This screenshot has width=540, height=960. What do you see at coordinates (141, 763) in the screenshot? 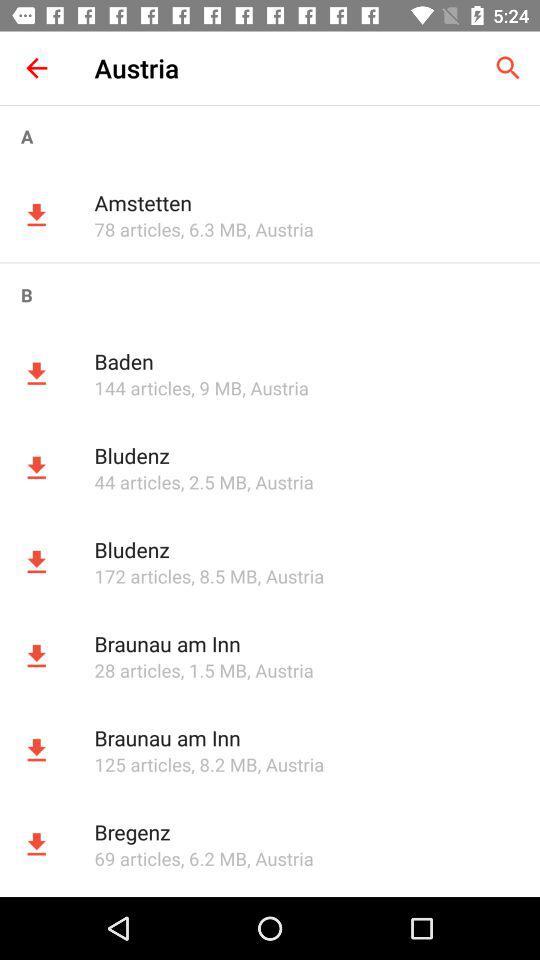
I see `item below the braunau am inn` at bounding box center [141, 763].